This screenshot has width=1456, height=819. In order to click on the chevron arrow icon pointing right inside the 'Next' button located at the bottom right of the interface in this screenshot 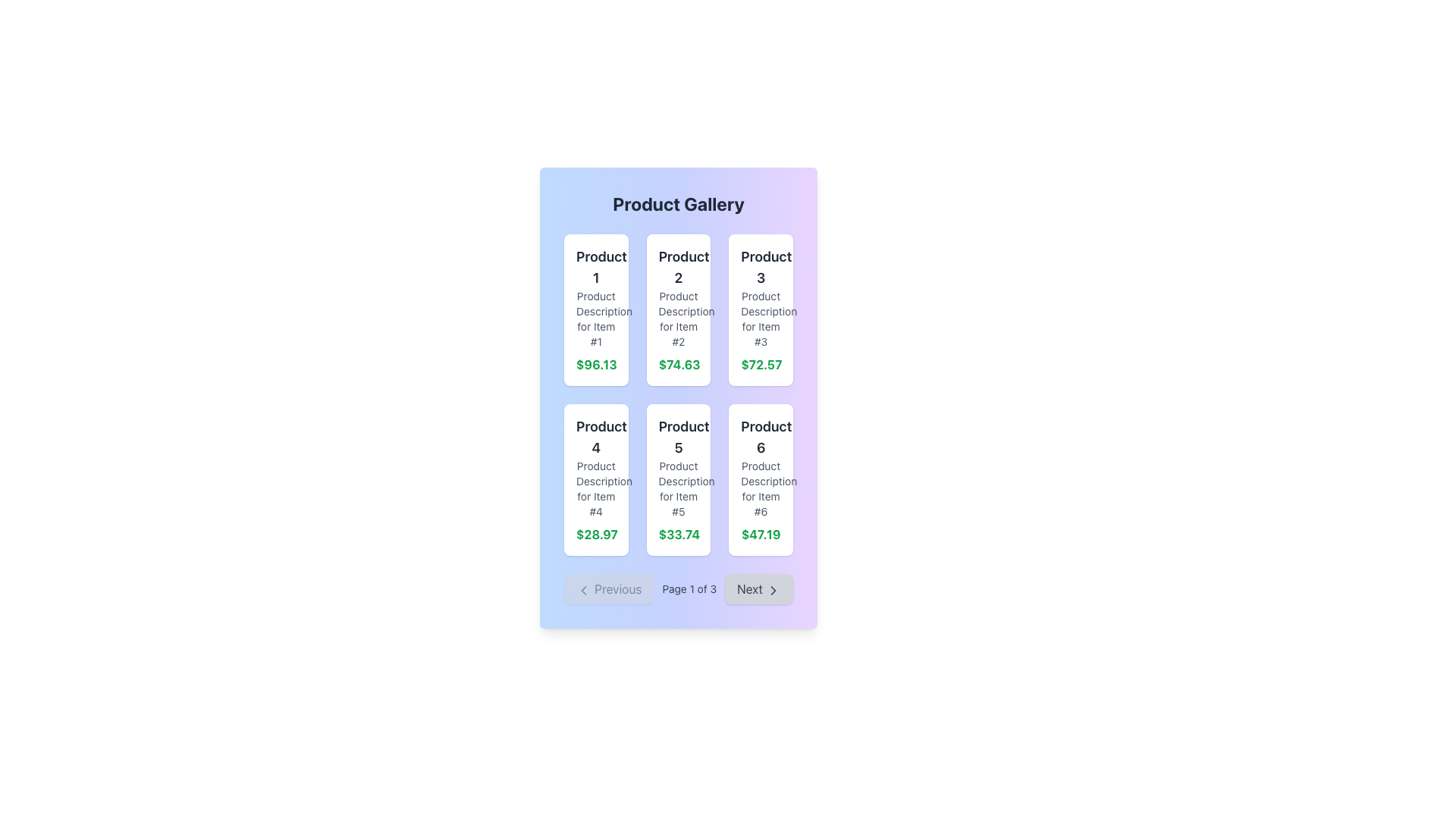, I will do `click(773, 589)`.